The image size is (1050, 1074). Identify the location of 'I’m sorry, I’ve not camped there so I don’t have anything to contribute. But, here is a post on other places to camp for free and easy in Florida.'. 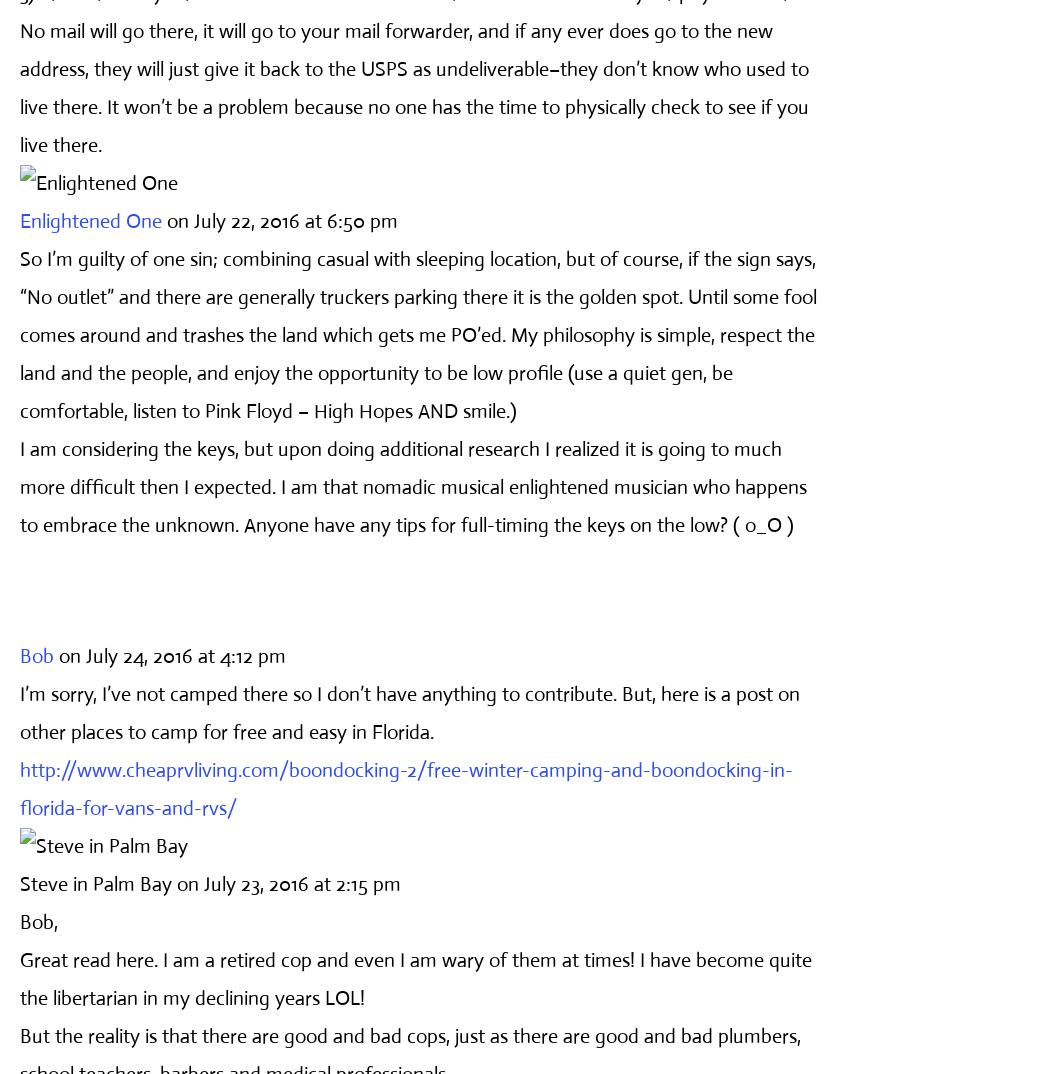
(410, 712).